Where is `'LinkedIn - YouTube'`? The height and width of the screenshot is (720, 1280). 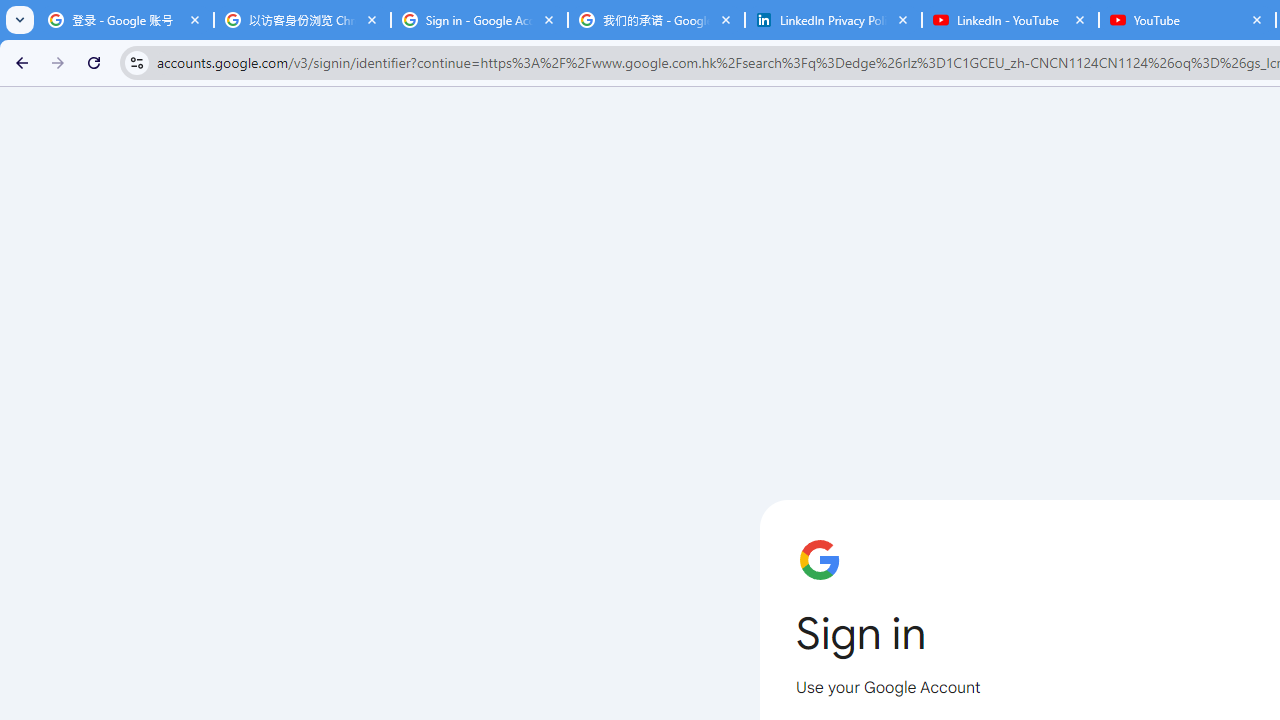
'LinkedIn - YouTube' is located at coordinates (1010, 20).